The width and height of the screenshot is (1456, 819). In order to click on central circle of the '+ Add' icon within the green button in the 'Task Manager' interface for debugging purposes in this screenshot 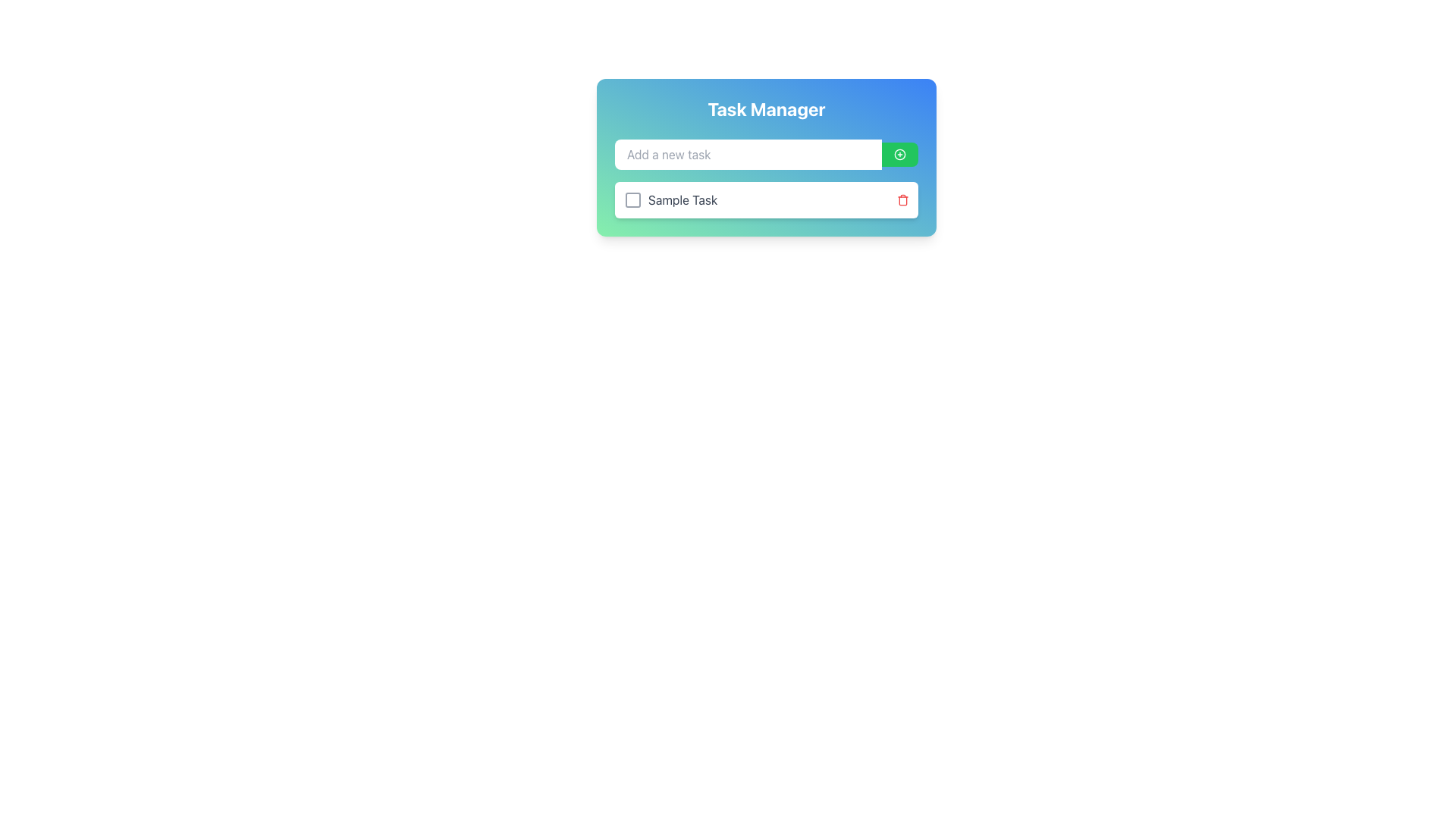, I will do `click(899, 155)`.